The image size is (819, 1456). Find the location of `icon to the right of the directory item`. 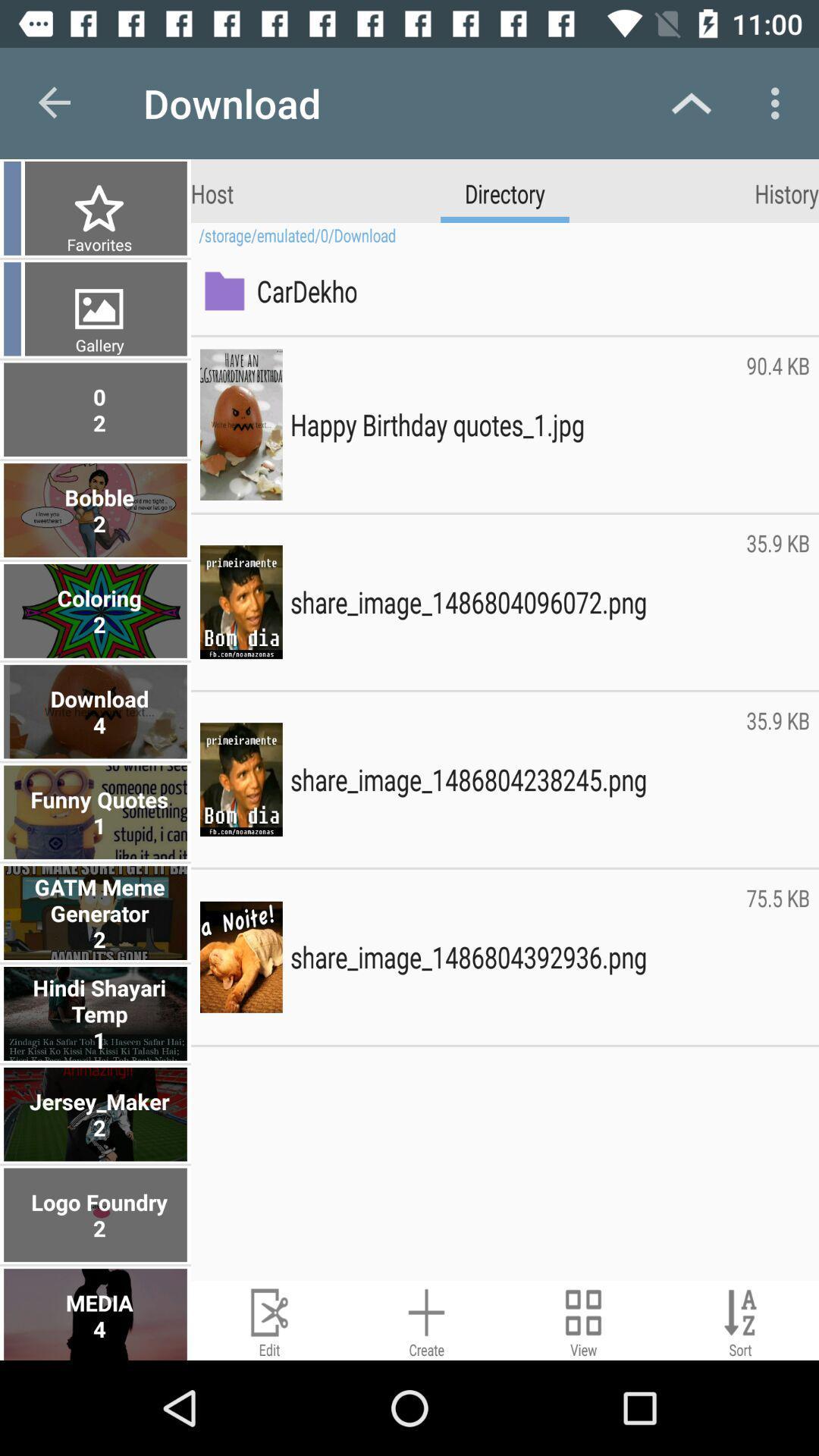

icon to the right of the directory item is located at coordinates (786, 192).